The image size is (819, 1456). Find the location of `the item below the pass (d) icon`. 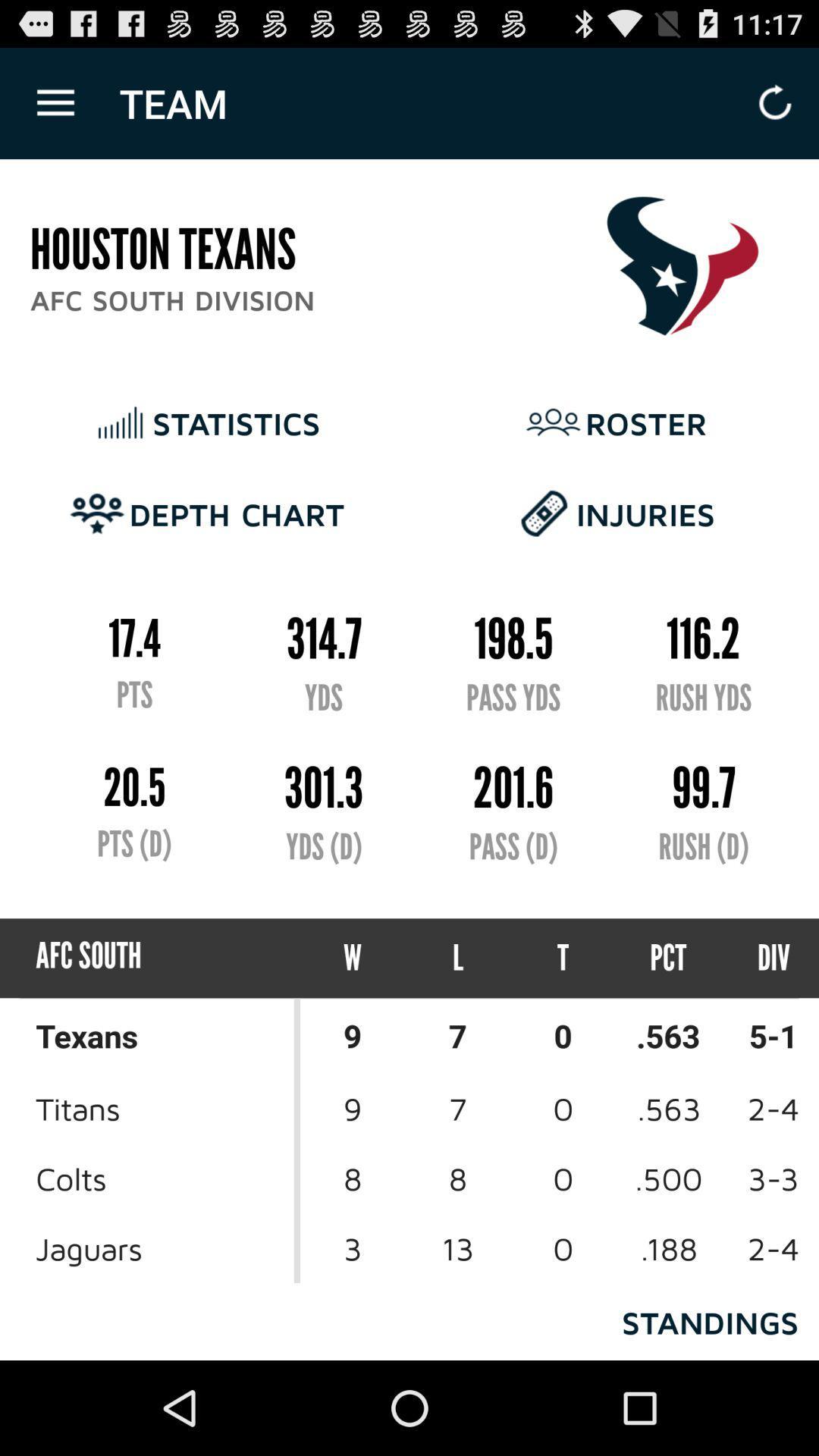

the item below the pass (d) icon is located at coordinates (457, 957).